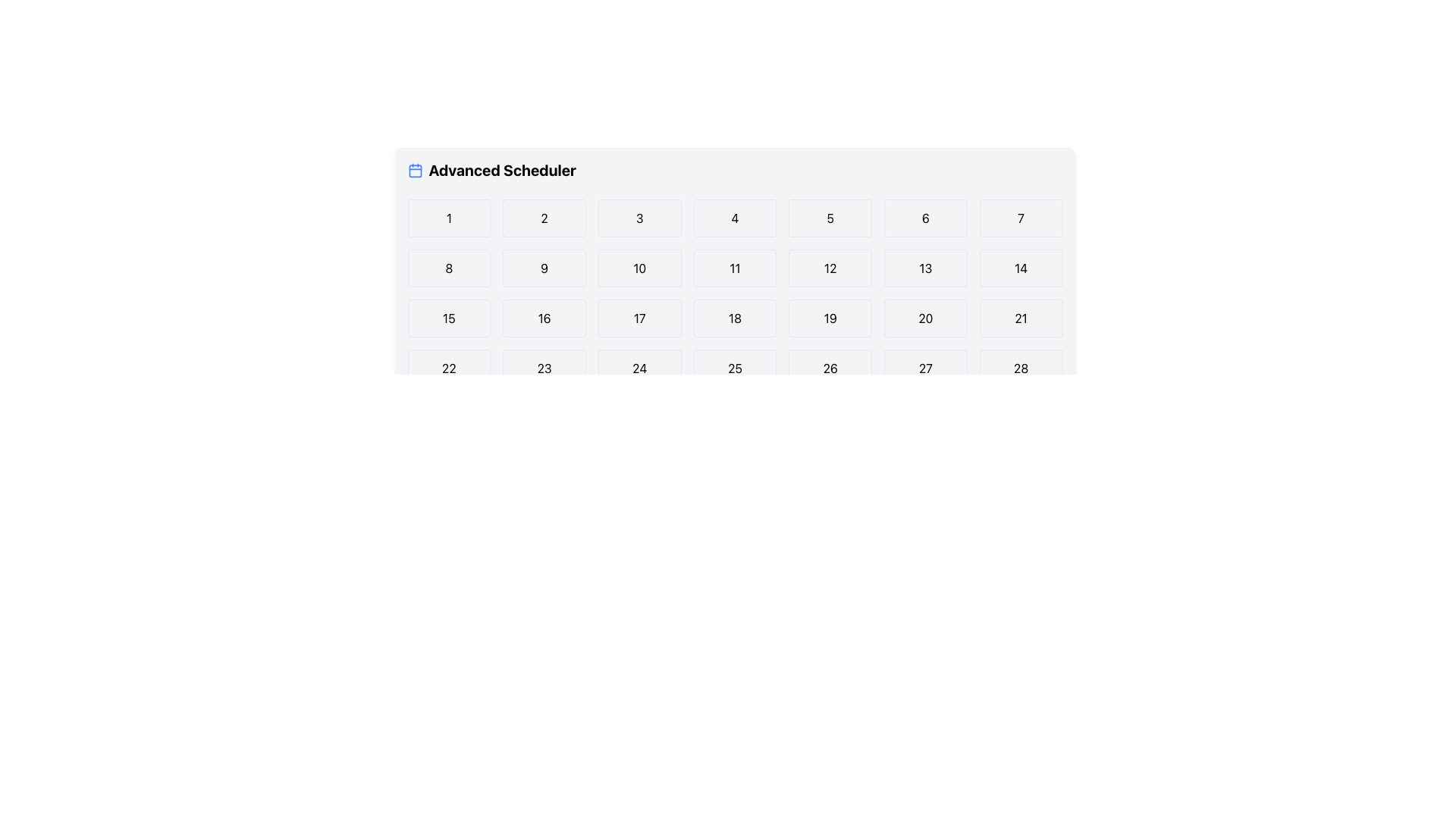 The height and width of the screenshot is (819, 1456). Describe the element at coordinates (448, 318) in the screenshot. I see `the button displaying the number '15' to change its background color` at that location.